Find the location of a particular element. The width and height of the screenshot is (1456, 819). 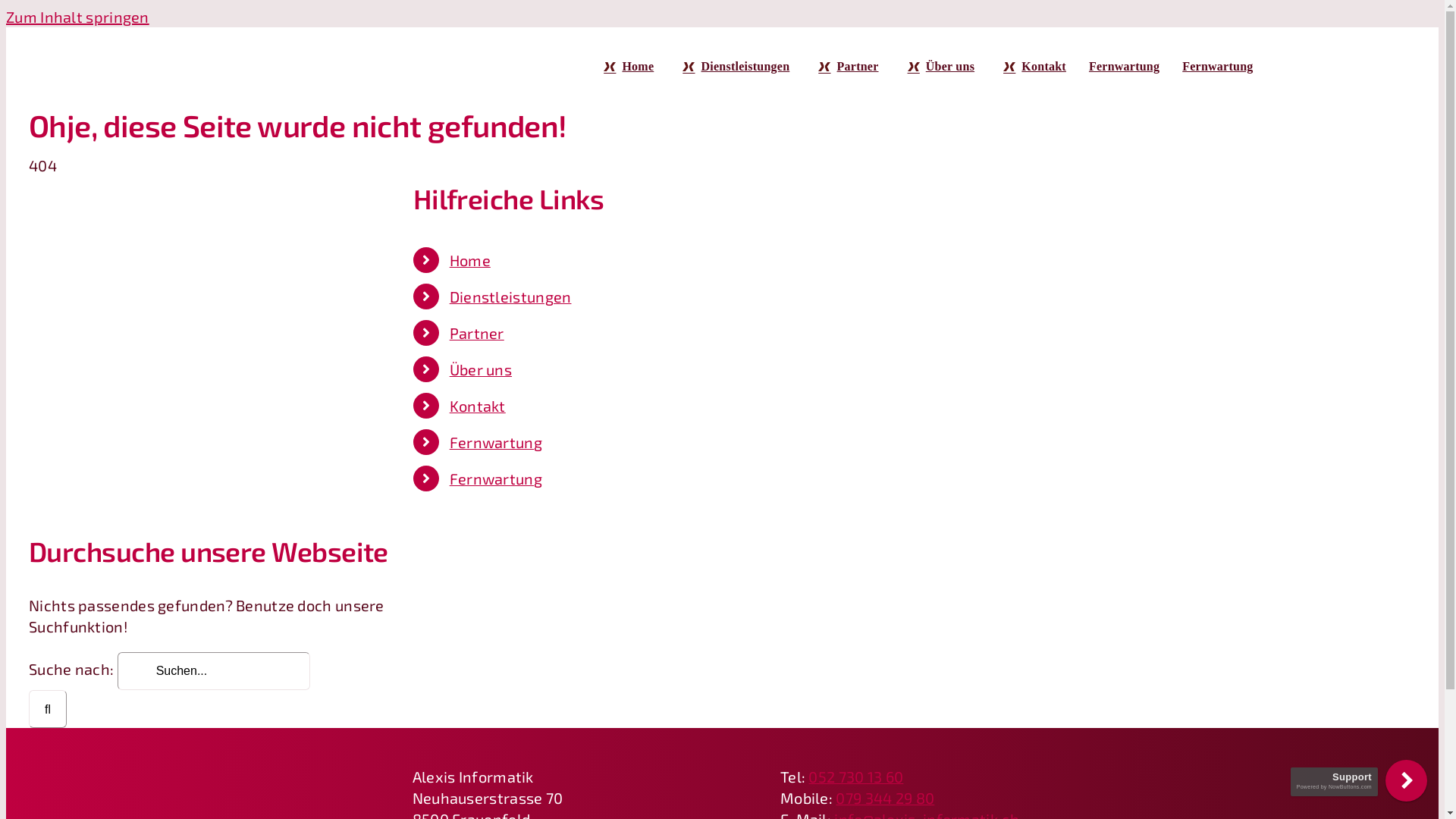

'Home' is located at coordinates (626, 66).